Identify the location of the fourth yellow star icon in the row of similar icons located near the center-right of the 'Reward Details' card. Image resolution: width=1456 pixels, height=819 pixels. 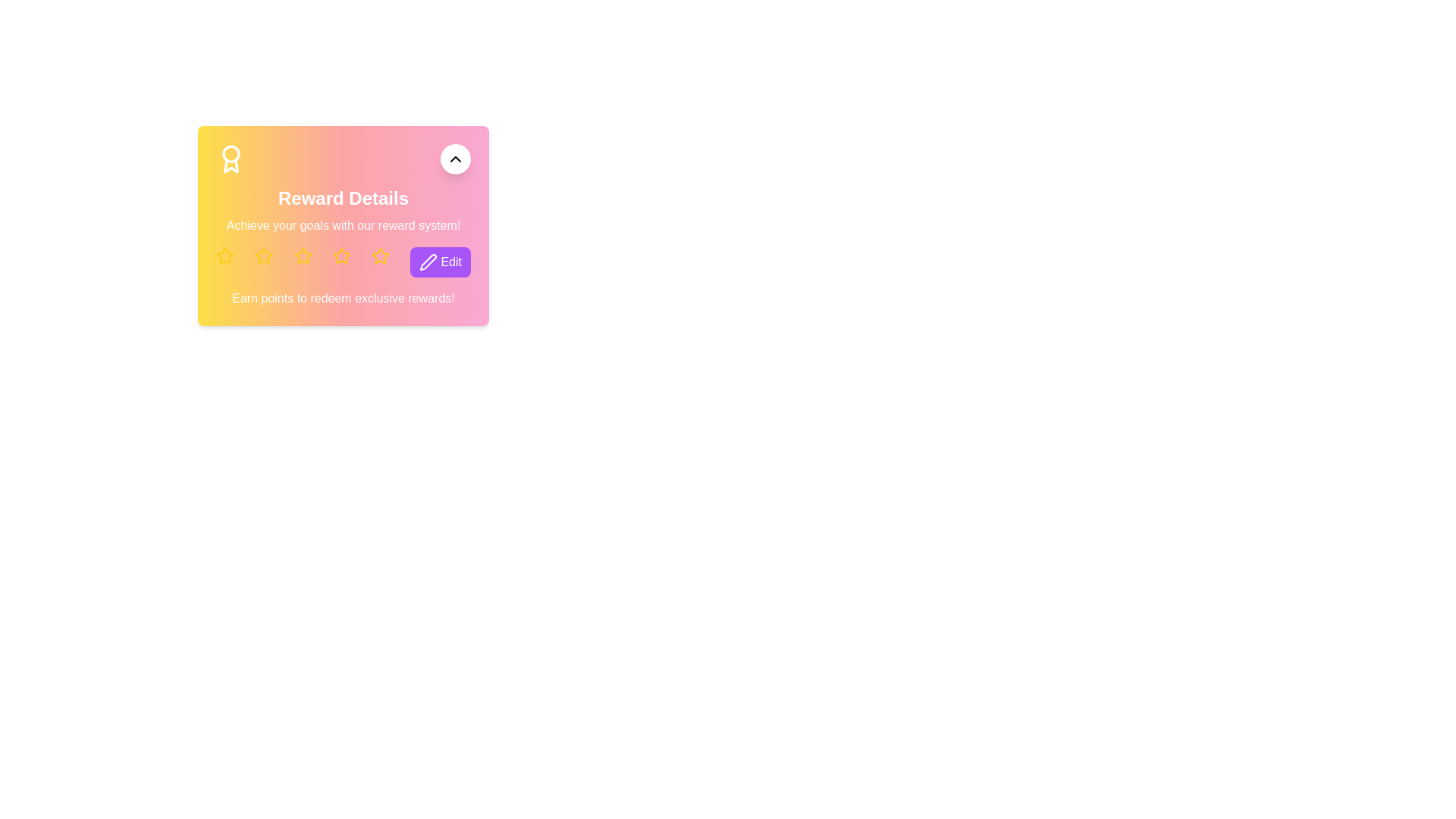
(342, 262).